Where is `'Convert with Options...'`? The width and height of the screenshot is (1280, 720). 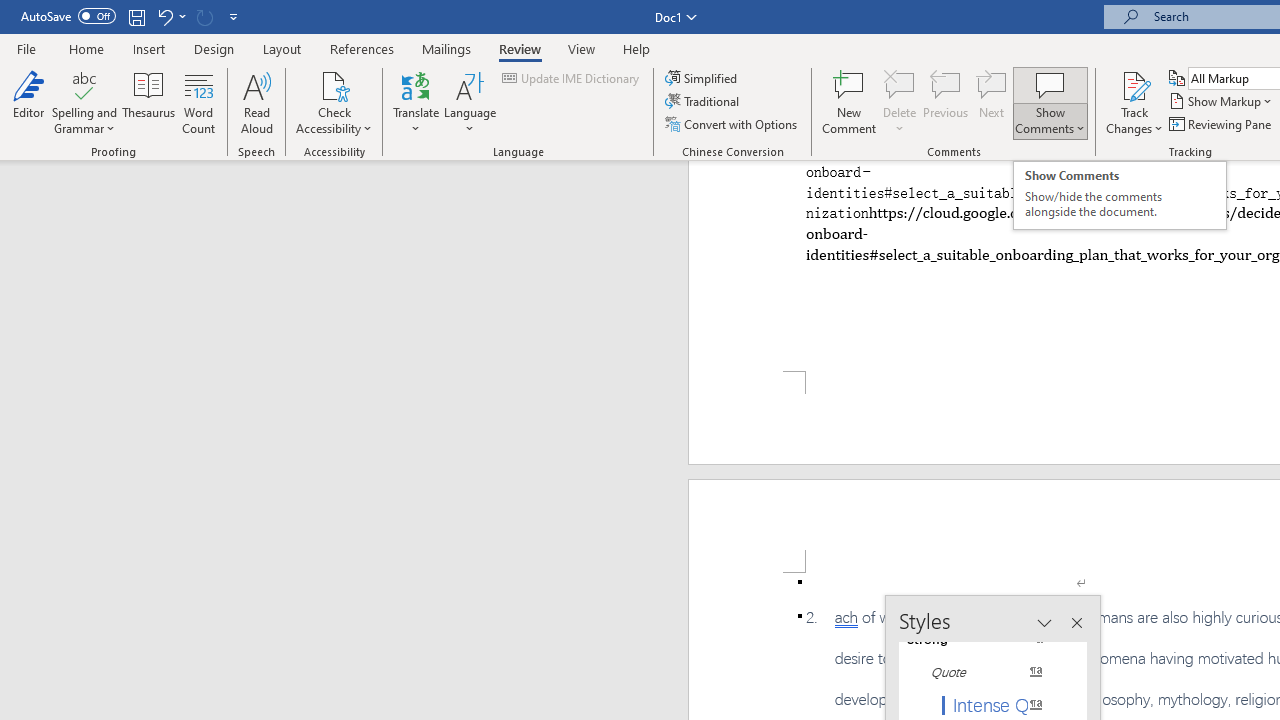
'Convert with Options...' is located at coordinates (731, 124).